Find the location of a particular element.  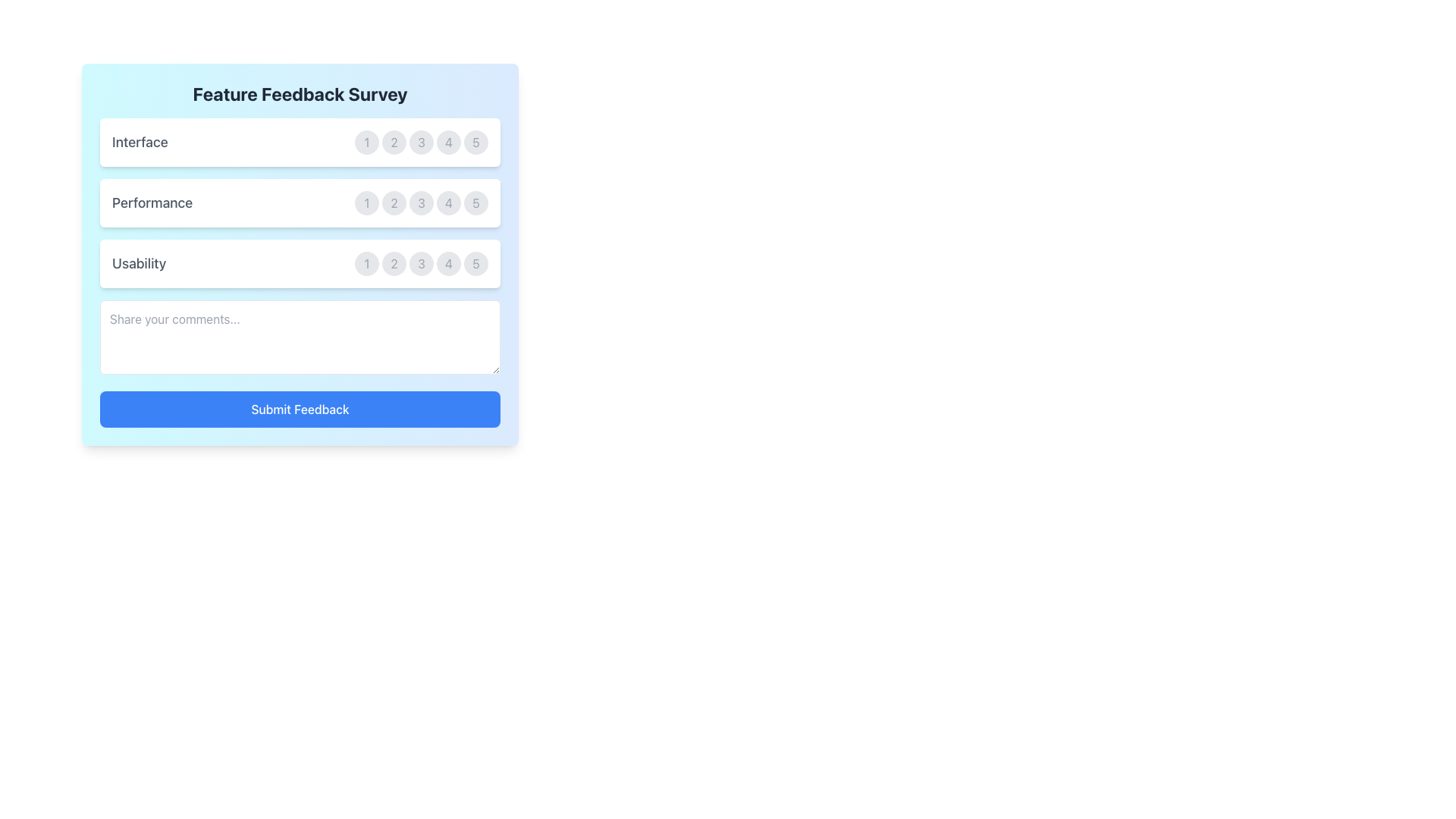

text content of the prominent title text 'Feature Feedback Survey' located at the top of the survey form interface is located at coordinates (300, 93).